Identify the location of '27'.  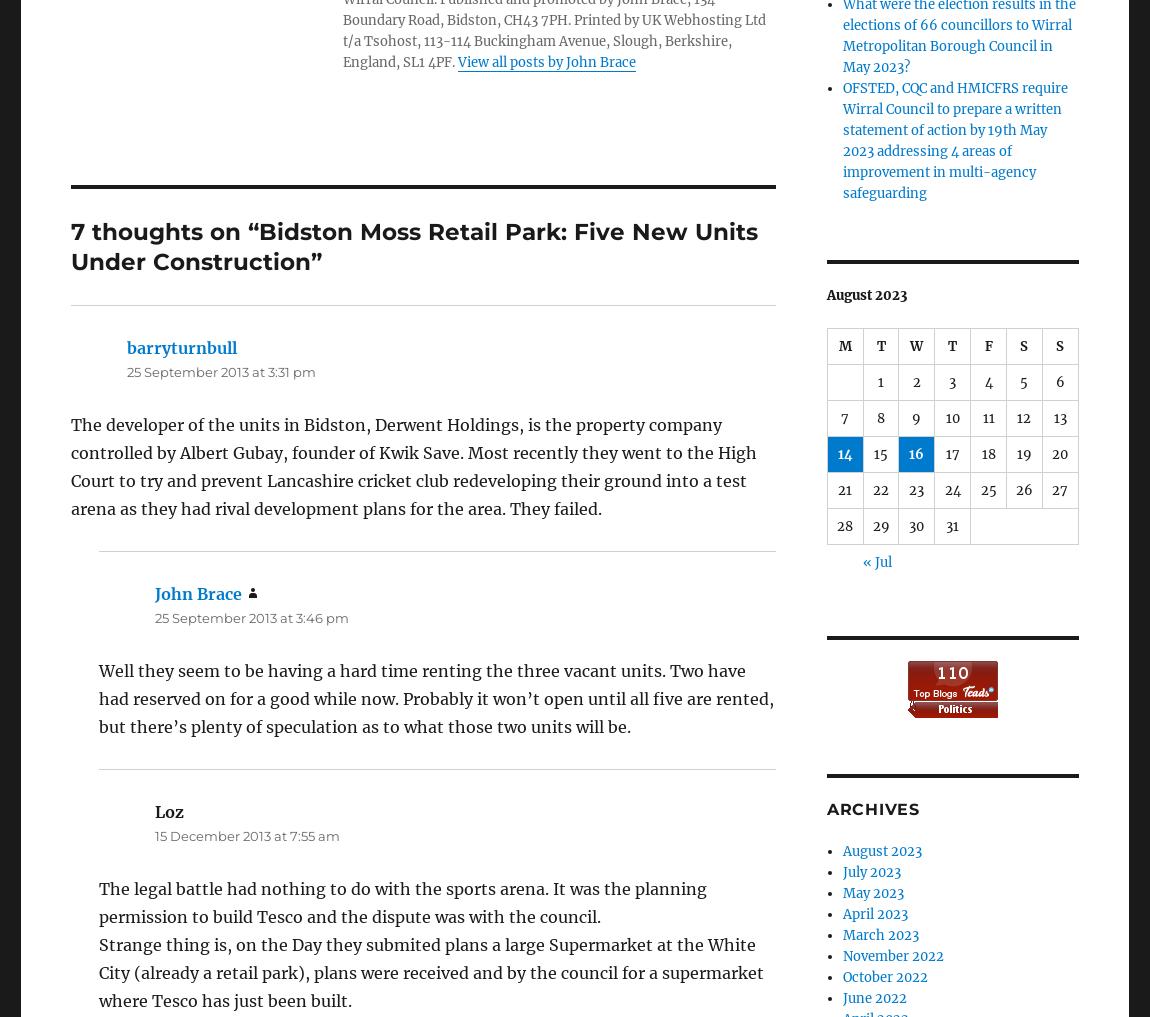
(1059, 489).